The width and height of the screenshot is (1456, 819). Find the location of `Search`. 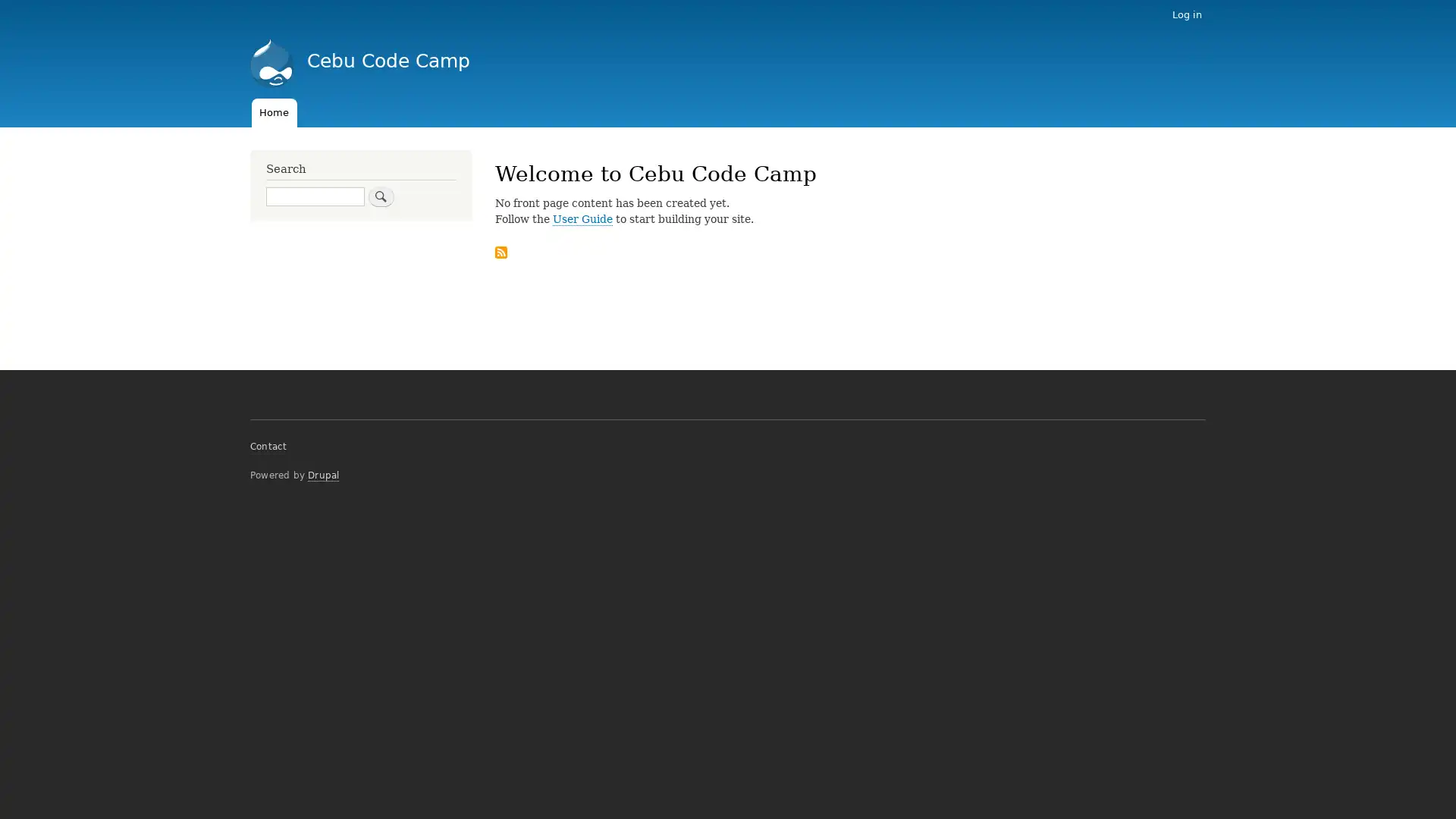

Search is located at coordinates (381, 196).